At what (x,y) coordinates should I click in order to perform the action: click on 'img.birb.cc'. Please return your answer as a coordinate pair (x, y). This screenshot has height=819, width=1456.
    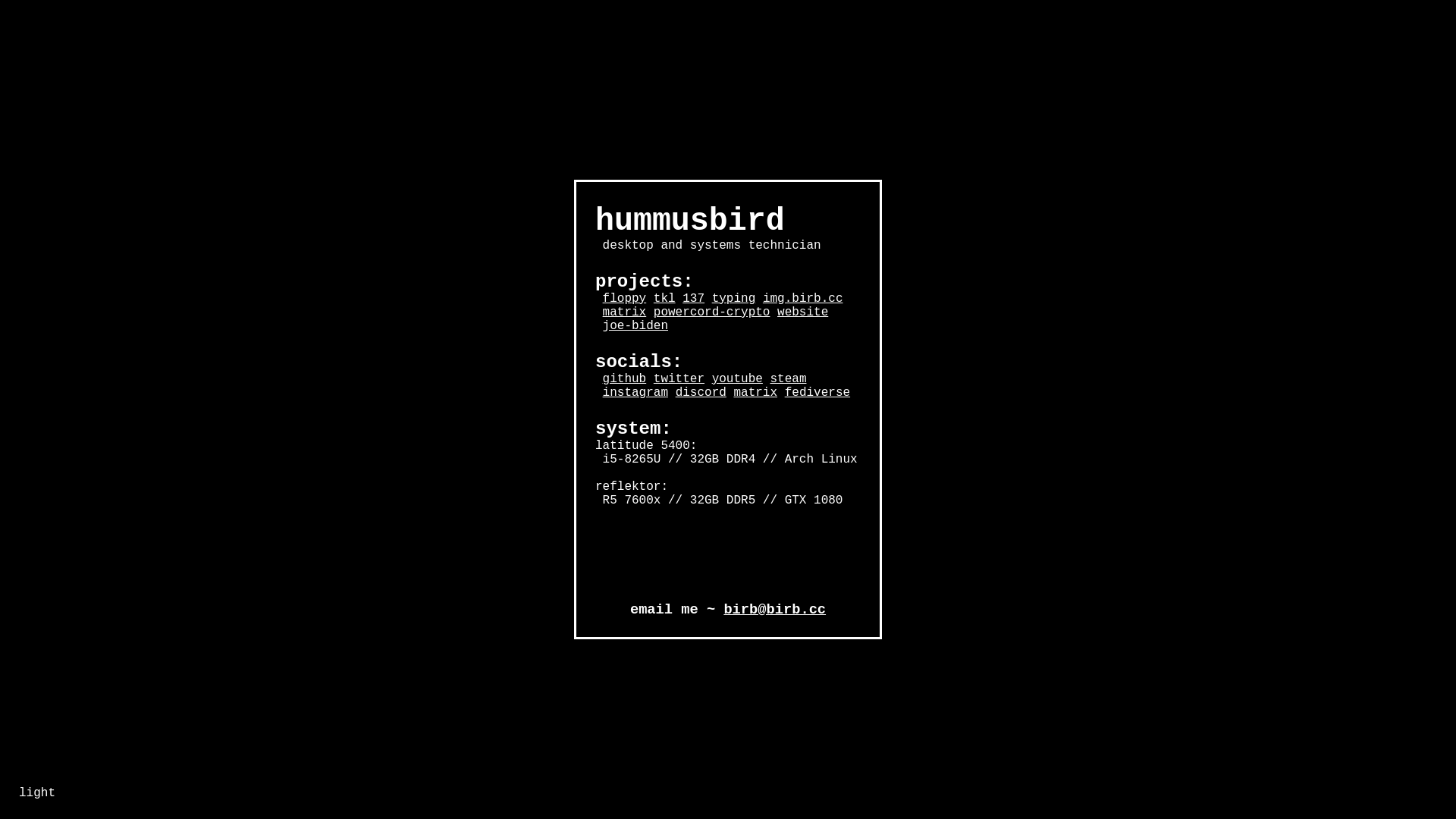
    Looking at the image, I should click on (802, 298).